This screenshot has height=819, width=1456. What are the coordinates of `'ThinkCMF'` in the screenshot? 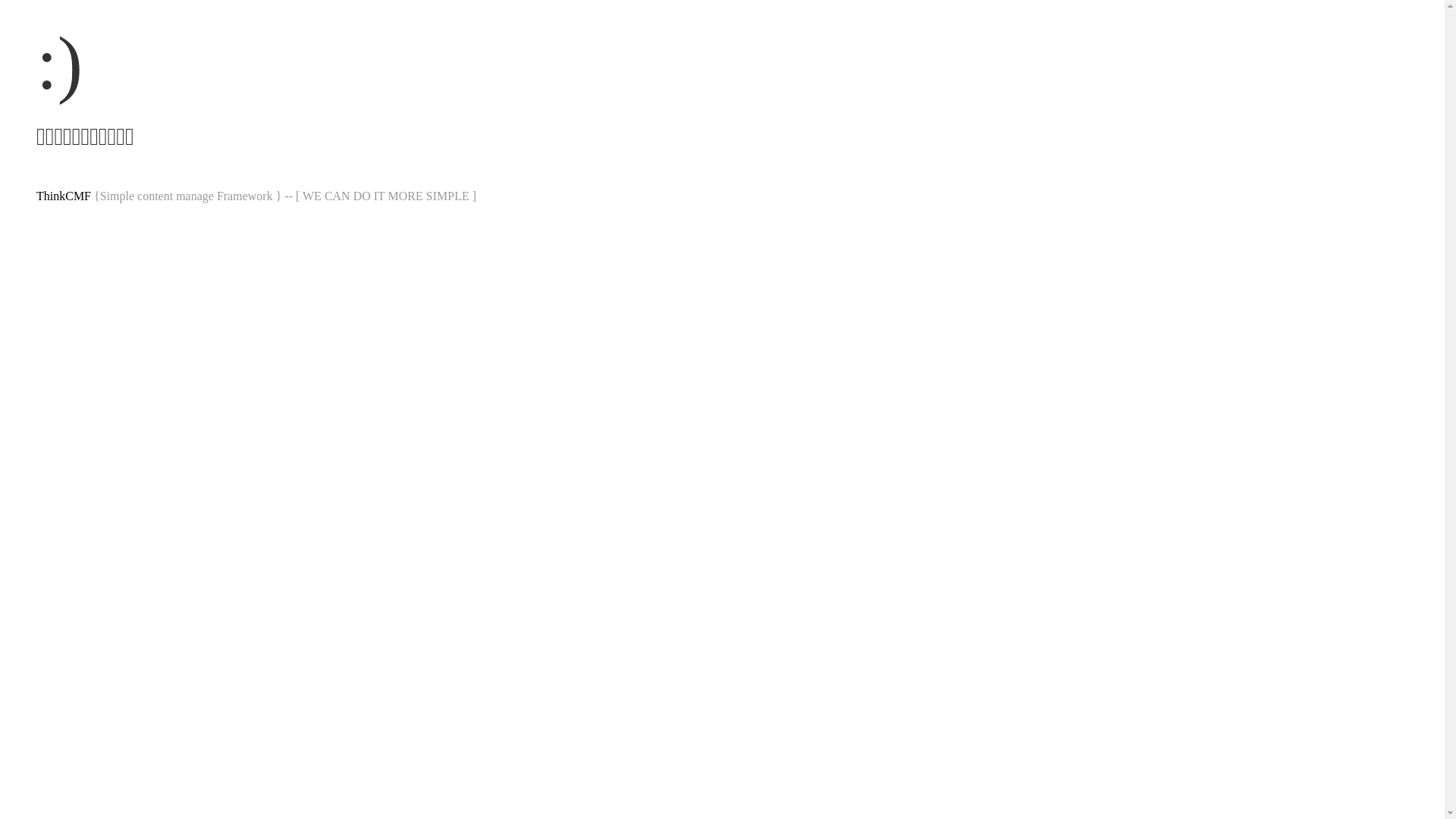 It's located at (62, 195).